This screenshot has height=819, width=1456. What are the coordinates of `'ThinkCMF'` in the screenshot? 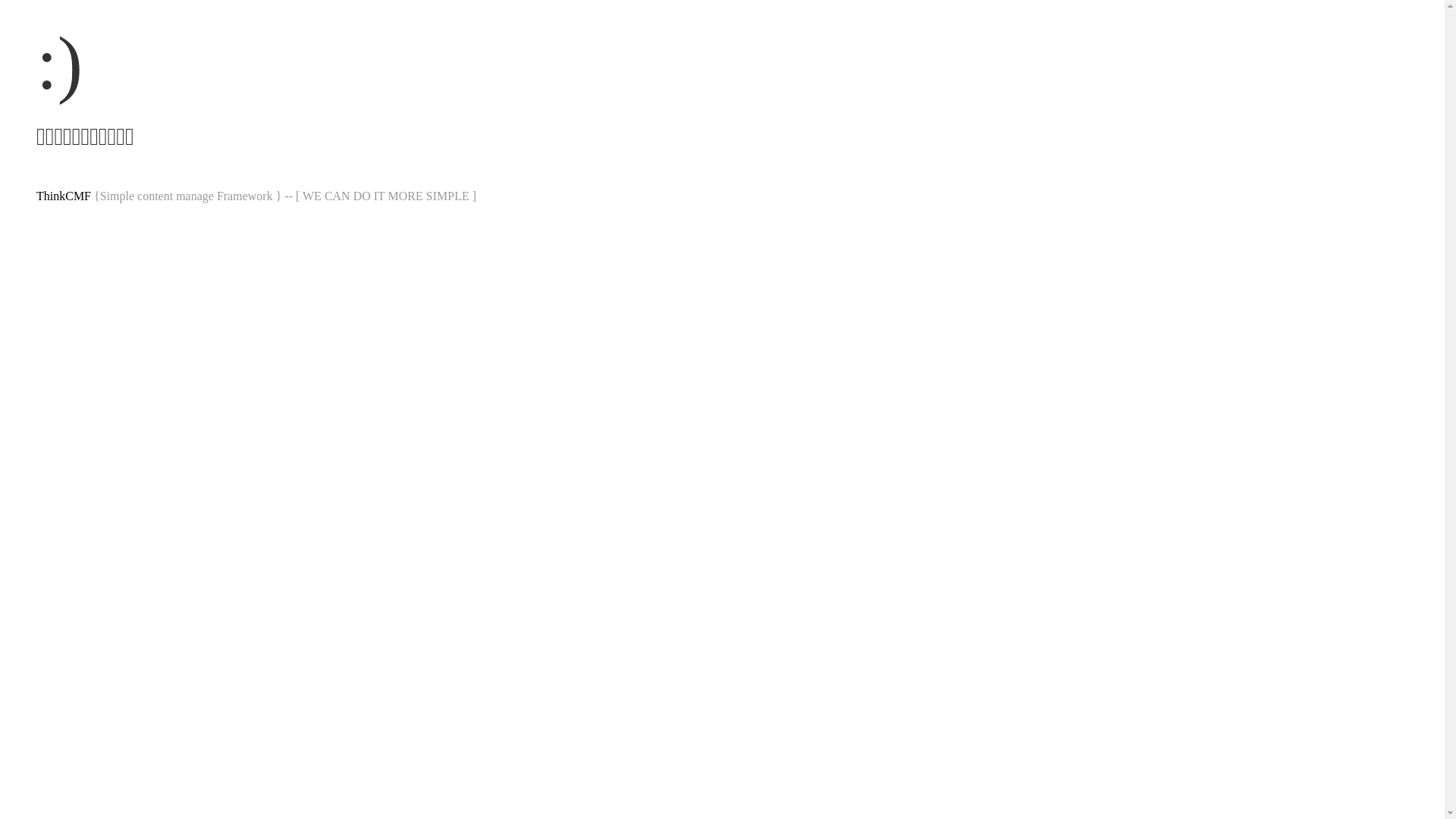 It's located at (62, 195).